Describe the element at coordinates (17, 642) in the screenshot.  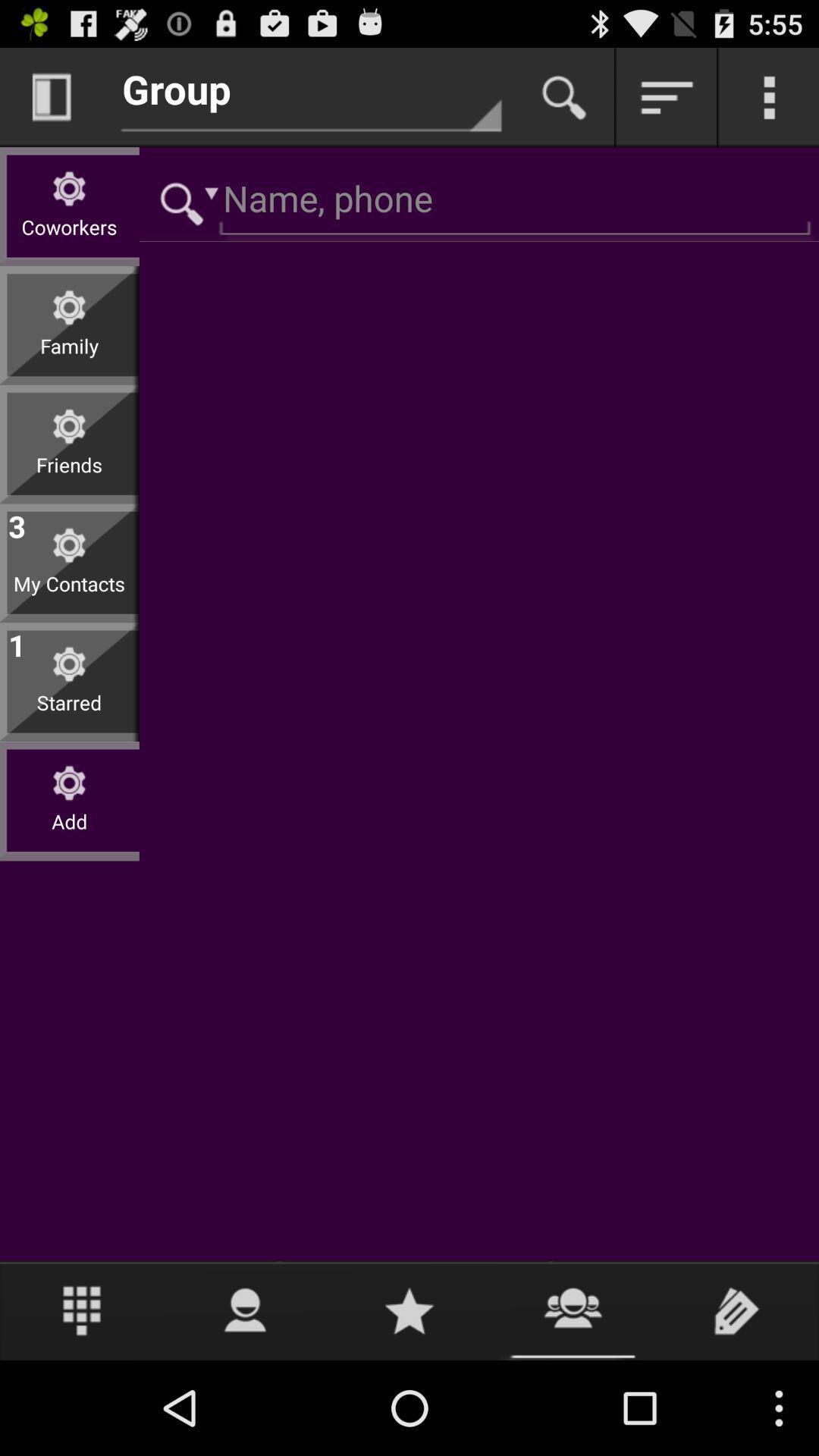
I see `1` at that location.